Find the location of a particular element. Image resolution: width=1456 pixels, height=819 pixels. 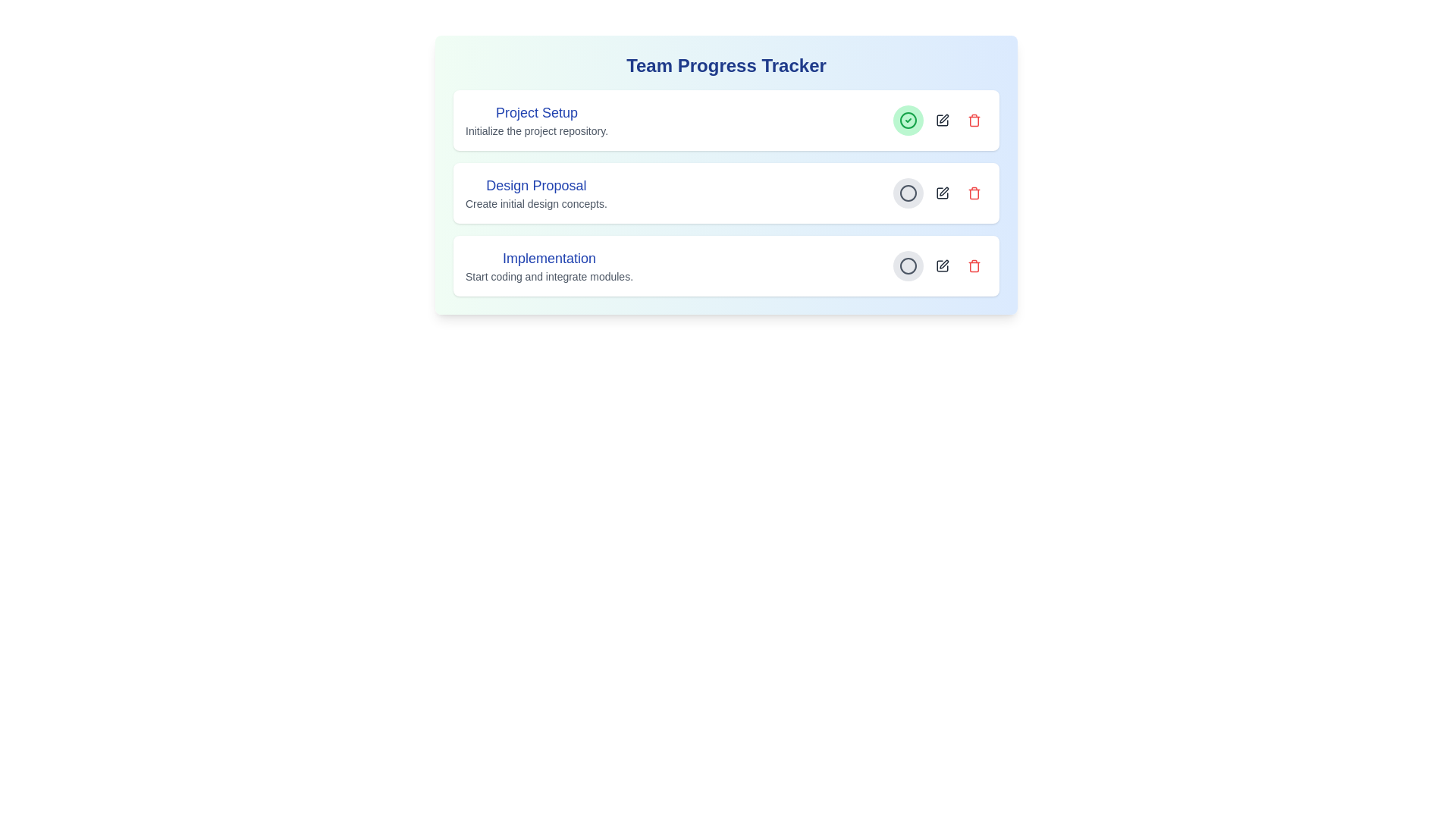

edit button for the task titled 'Implementation' is located at coordinates (942, 265).